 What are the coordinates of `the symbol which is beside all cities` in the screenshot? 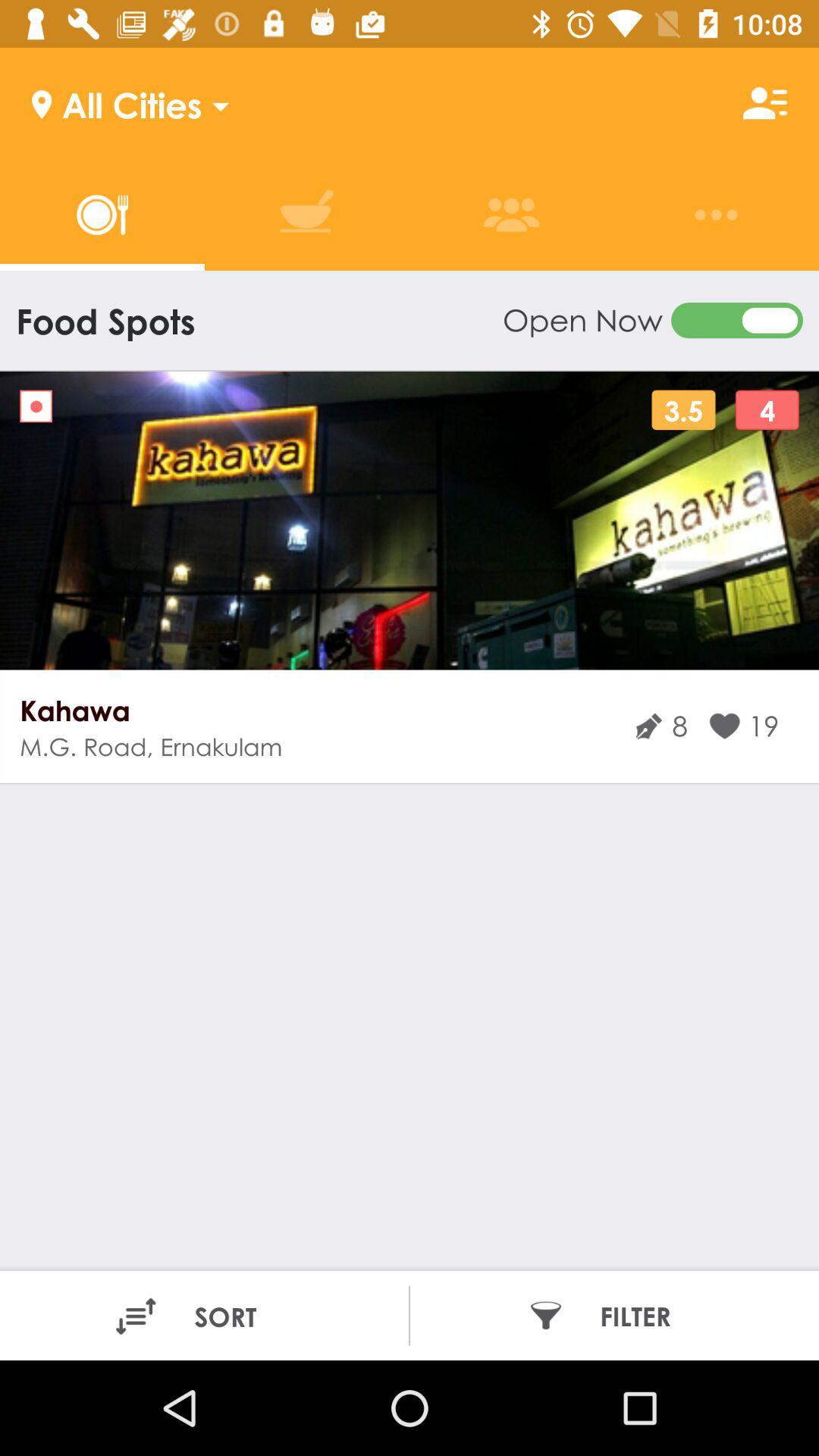 It's located at (765, 103).